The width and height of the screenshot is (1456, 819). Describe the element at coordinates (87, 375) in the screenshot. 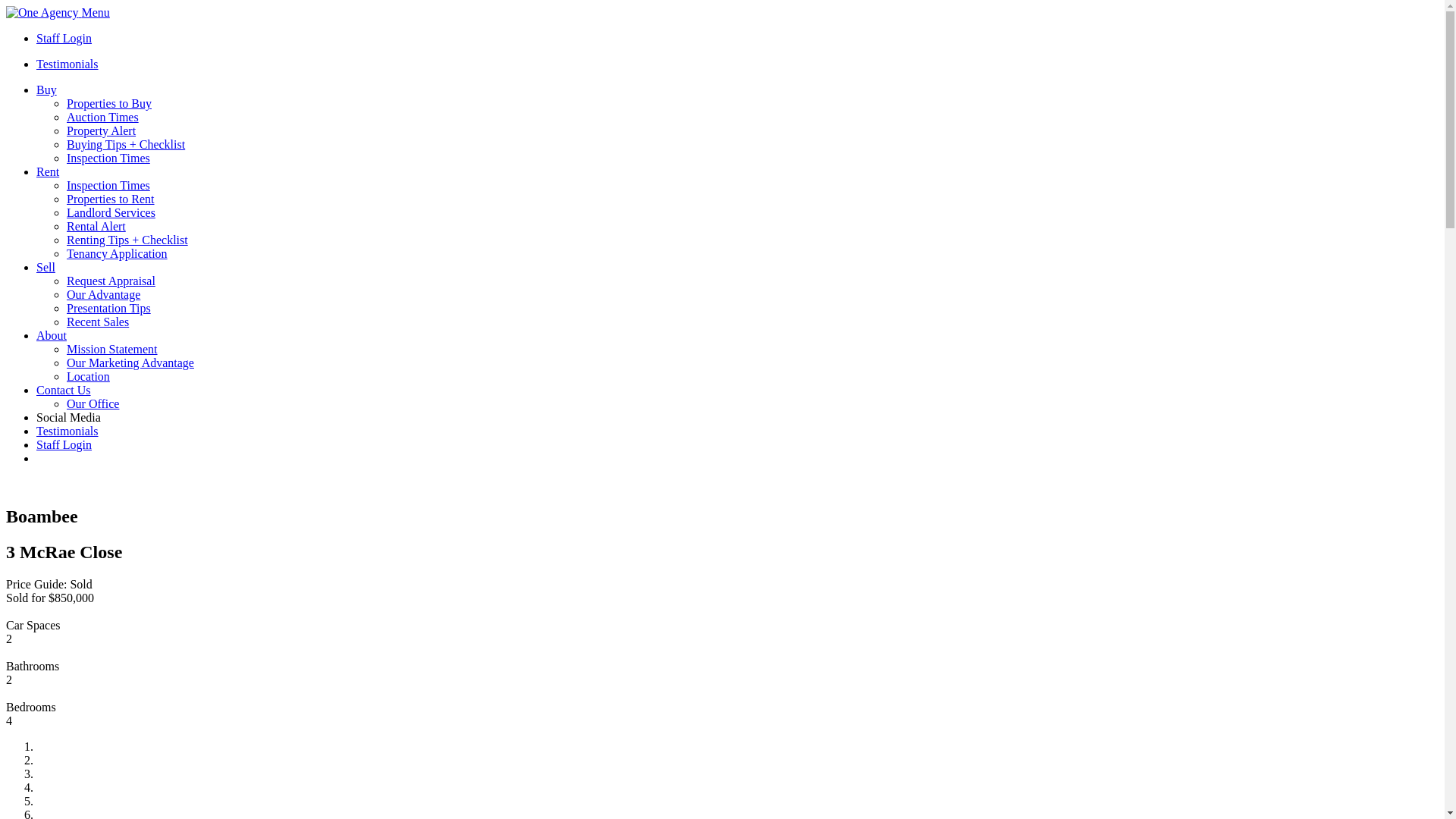

I see `'Location'` at that location.